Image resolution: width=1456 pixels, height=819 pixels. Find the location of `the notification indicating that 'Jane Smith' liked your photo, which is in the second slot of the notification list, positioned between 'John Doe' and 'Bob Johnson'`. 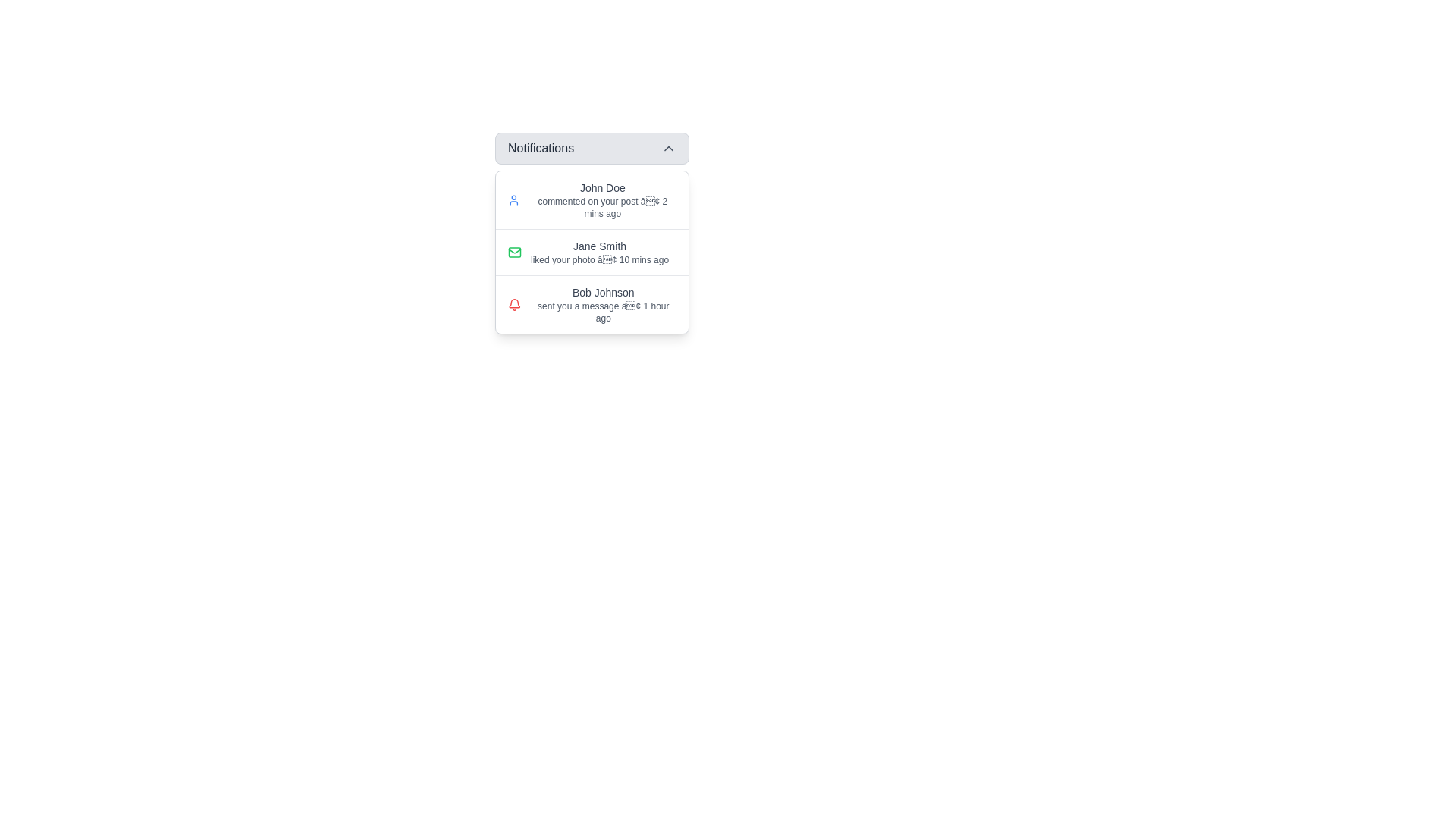

the notification indicating that 'Jane Smith' liked your photo, which is in the second slot of the notification list, positioned between 'John Doe' and 'Bob Johnson' is located at coordinates (599, 251).